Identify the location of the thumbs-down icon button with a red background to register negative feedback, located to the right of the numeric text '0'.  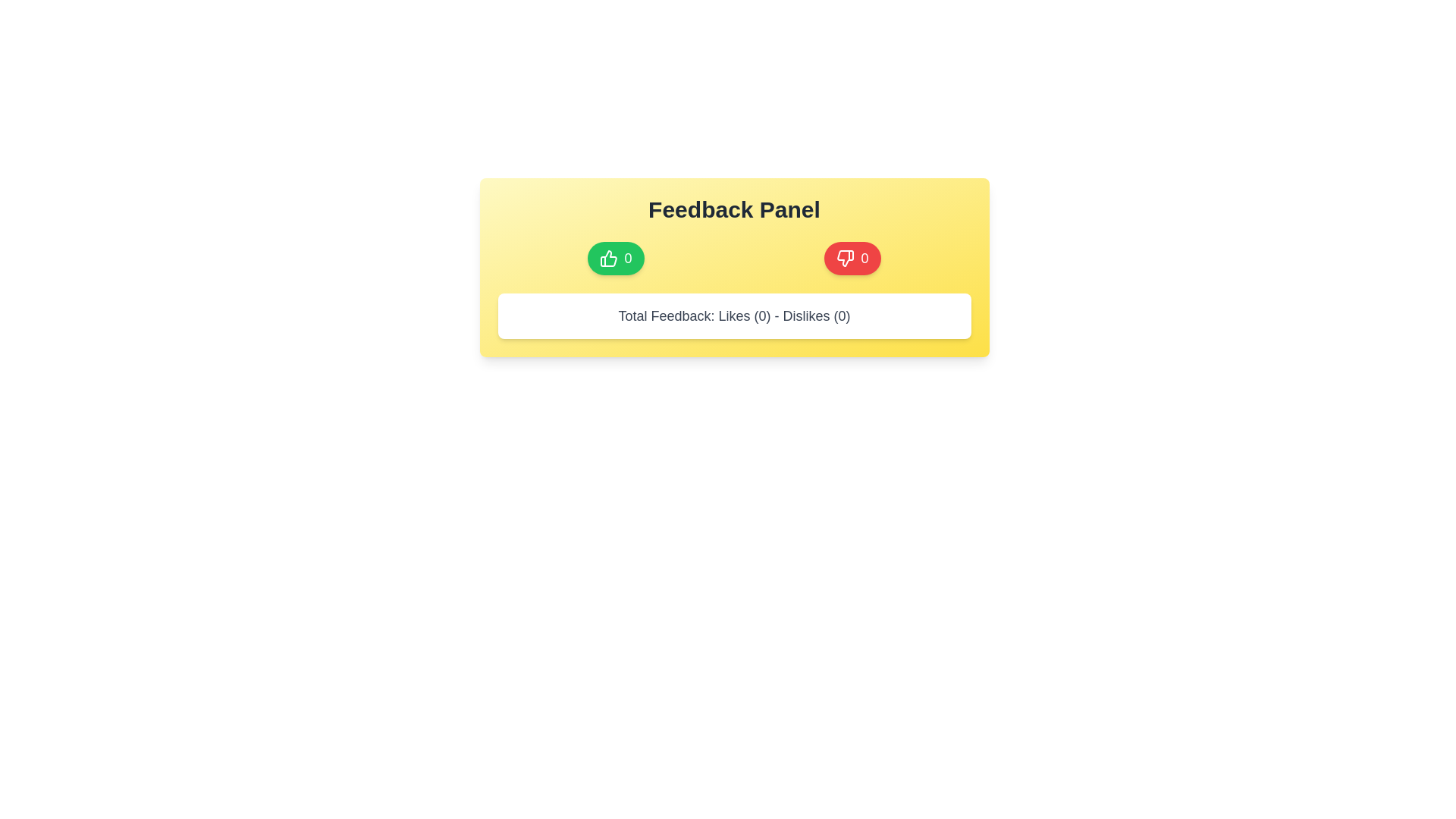
(845, 257).